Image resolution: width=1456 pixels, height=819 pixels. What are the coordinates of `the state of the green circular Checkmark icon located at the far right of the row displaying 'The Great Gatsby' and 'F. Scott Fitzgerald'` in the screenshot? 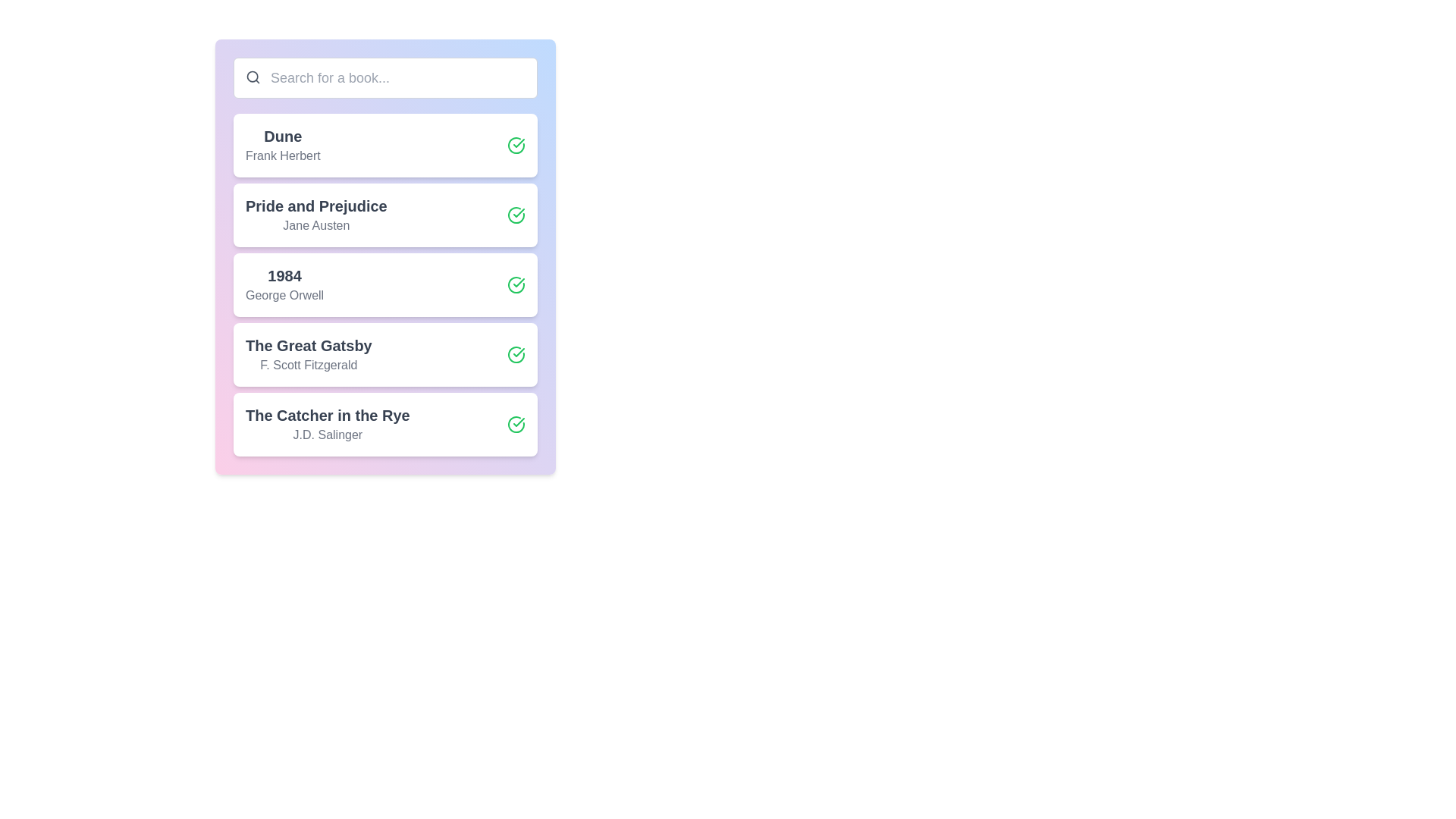 It's located at (516, 354).